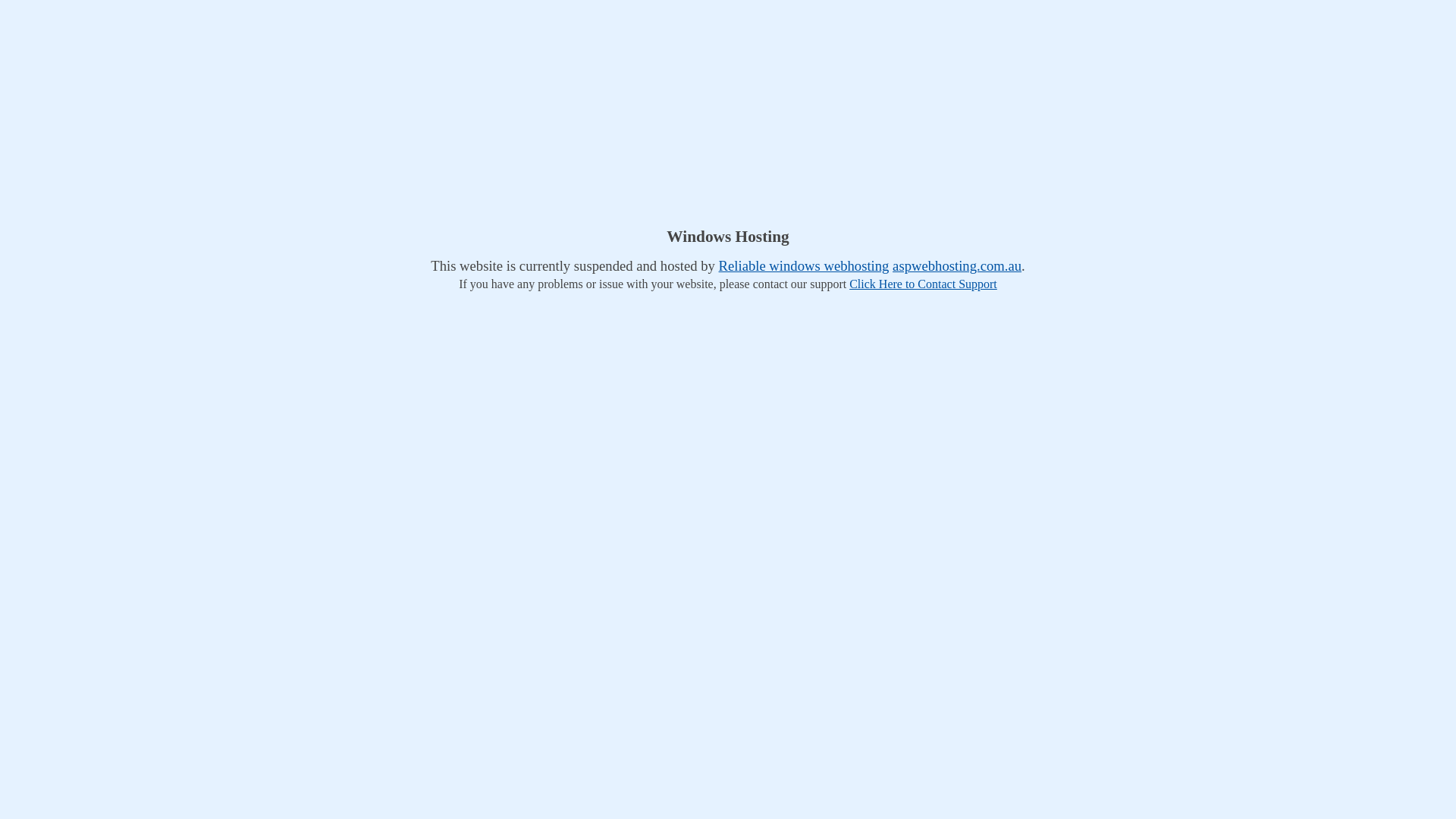 The height and width of the screenshot is (819, 1456). Describe the element at coordinates (956, 265) in the screenshot. I see `'aspwebhosting.com.au'` at that location.